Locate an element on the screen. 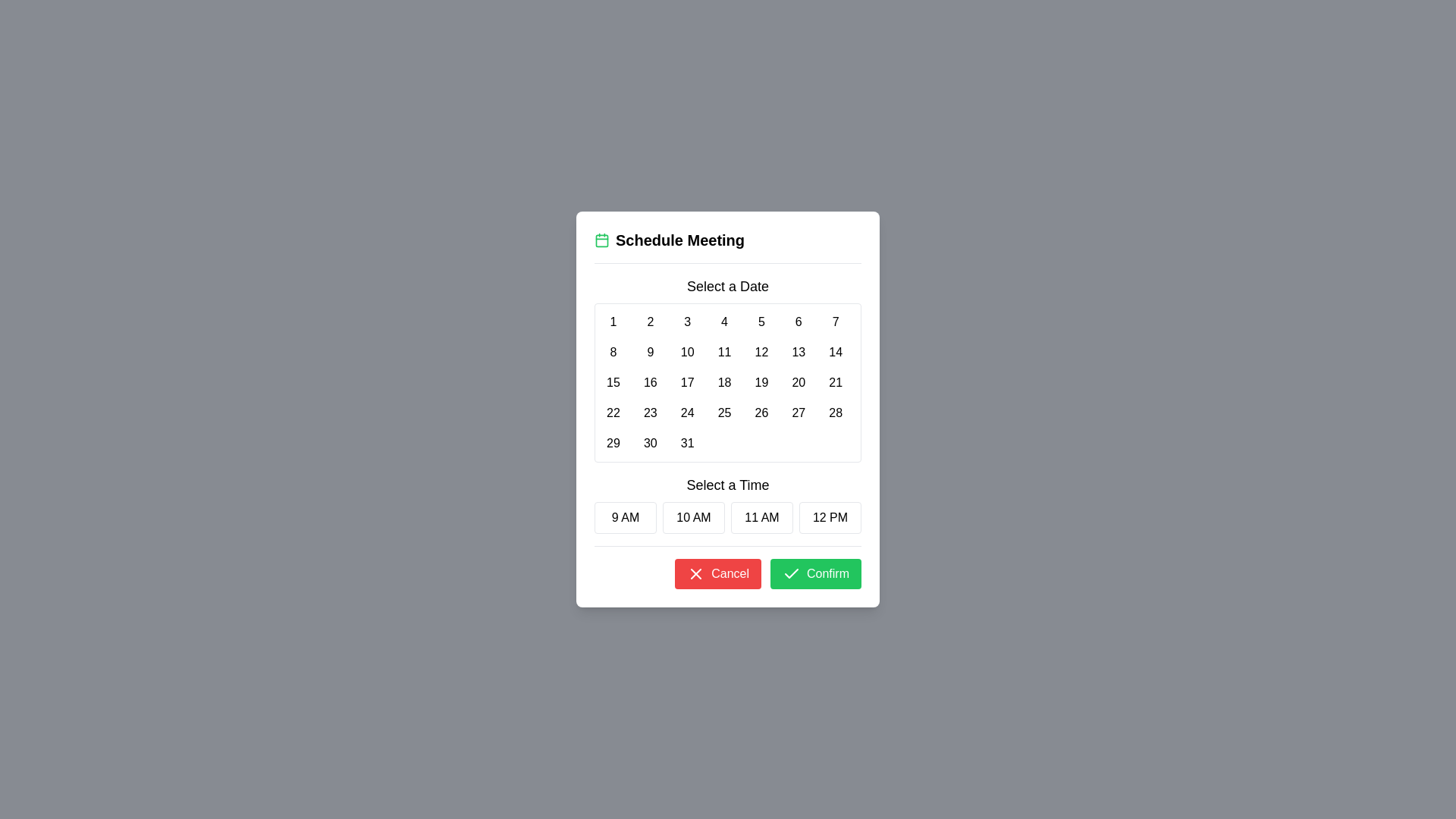 The width and height of the screenshot is (1456, 819). the '9 AM' button, which is a rectangular button with rounded corners, styled with a white background and a thin border, located under the 'Select a Time' label is located at coordinates (626, 516).